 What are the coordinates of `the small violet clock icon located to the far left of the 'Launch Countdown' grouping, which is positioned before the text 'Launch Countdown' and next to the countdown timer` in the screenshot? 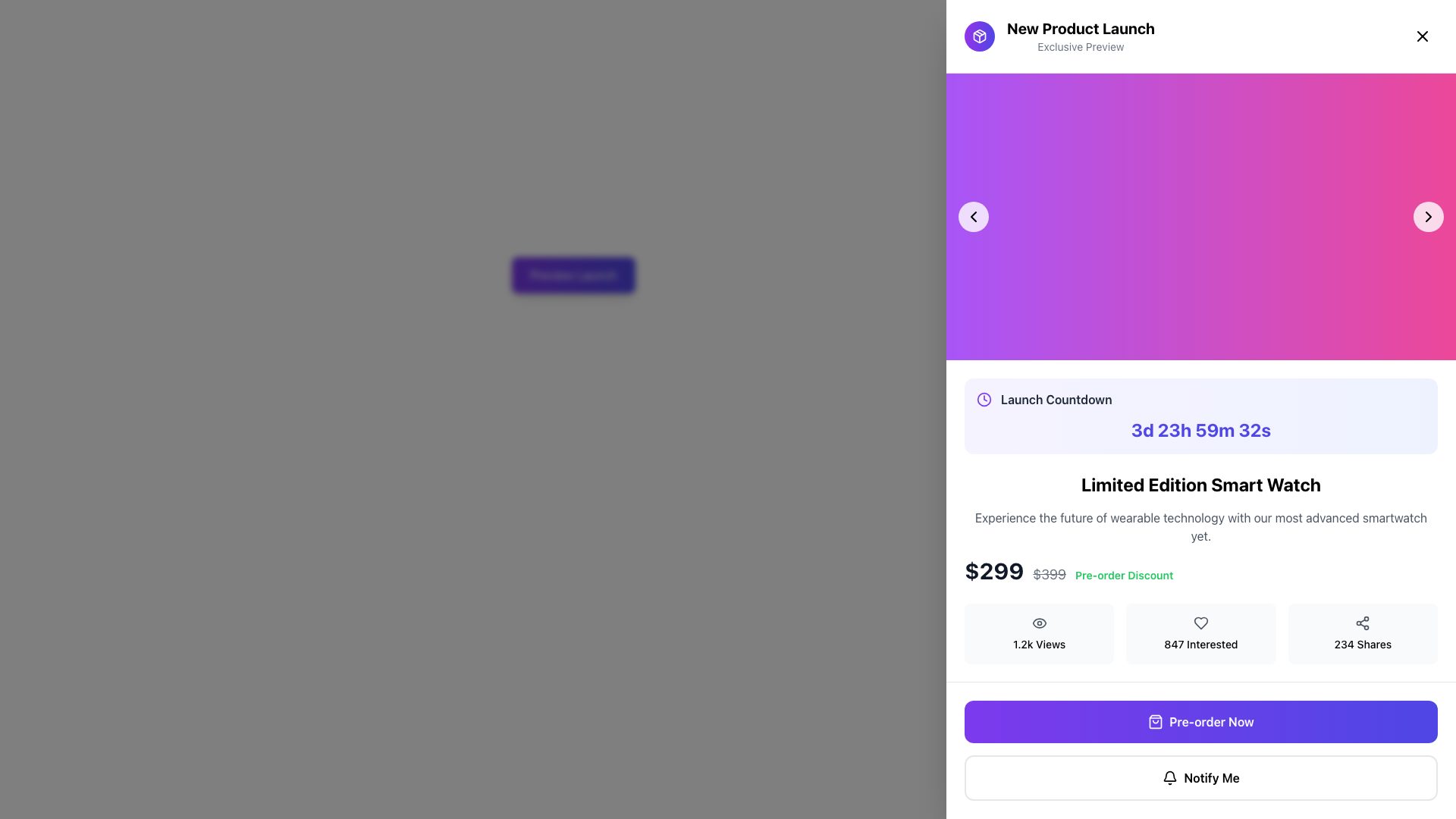 It's located at (984, 399).